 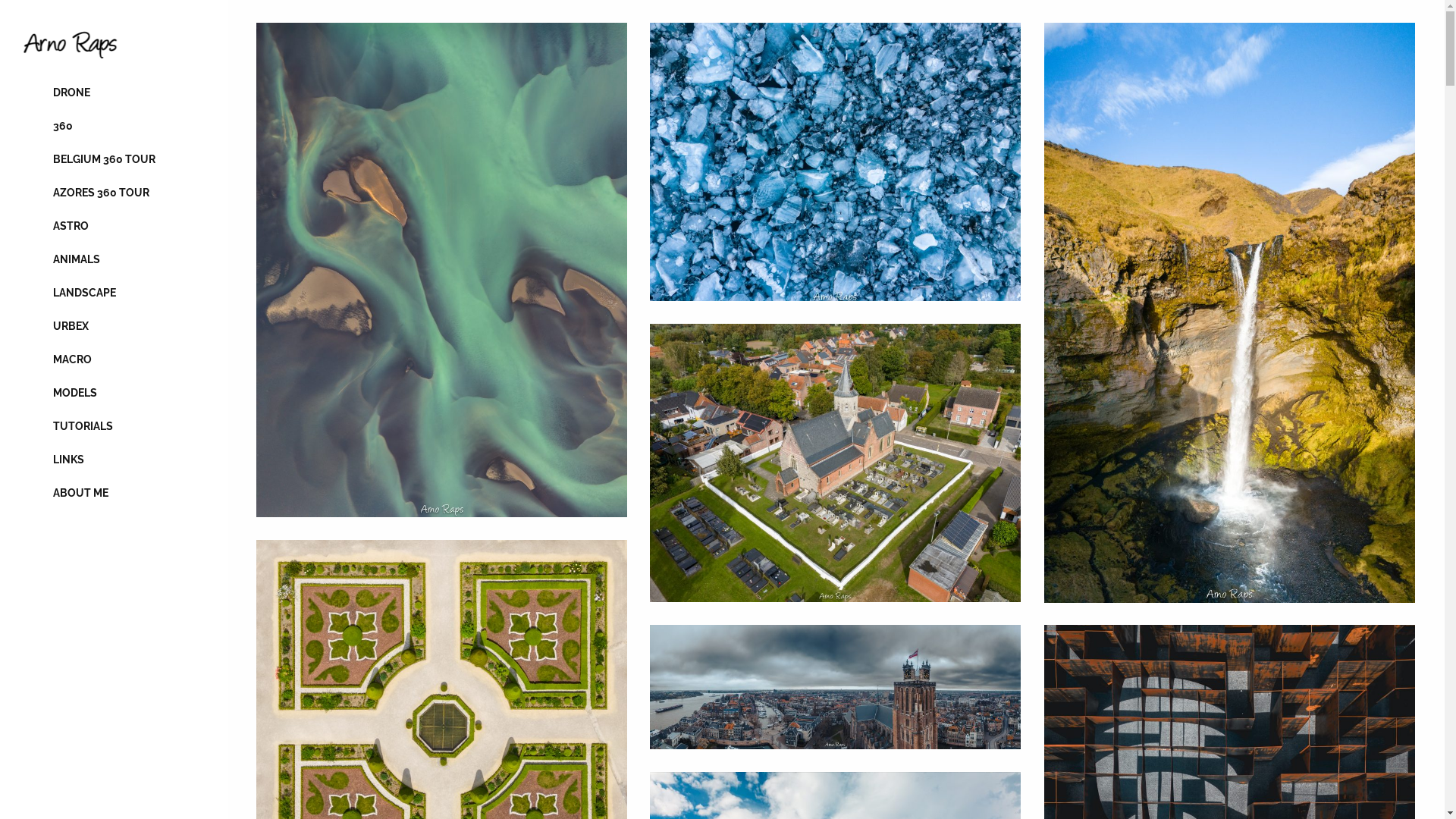 What do you see at coordinates (112, 225) in the screenshot?
I see `'ASTRO'` at bounding box center [112, 225].